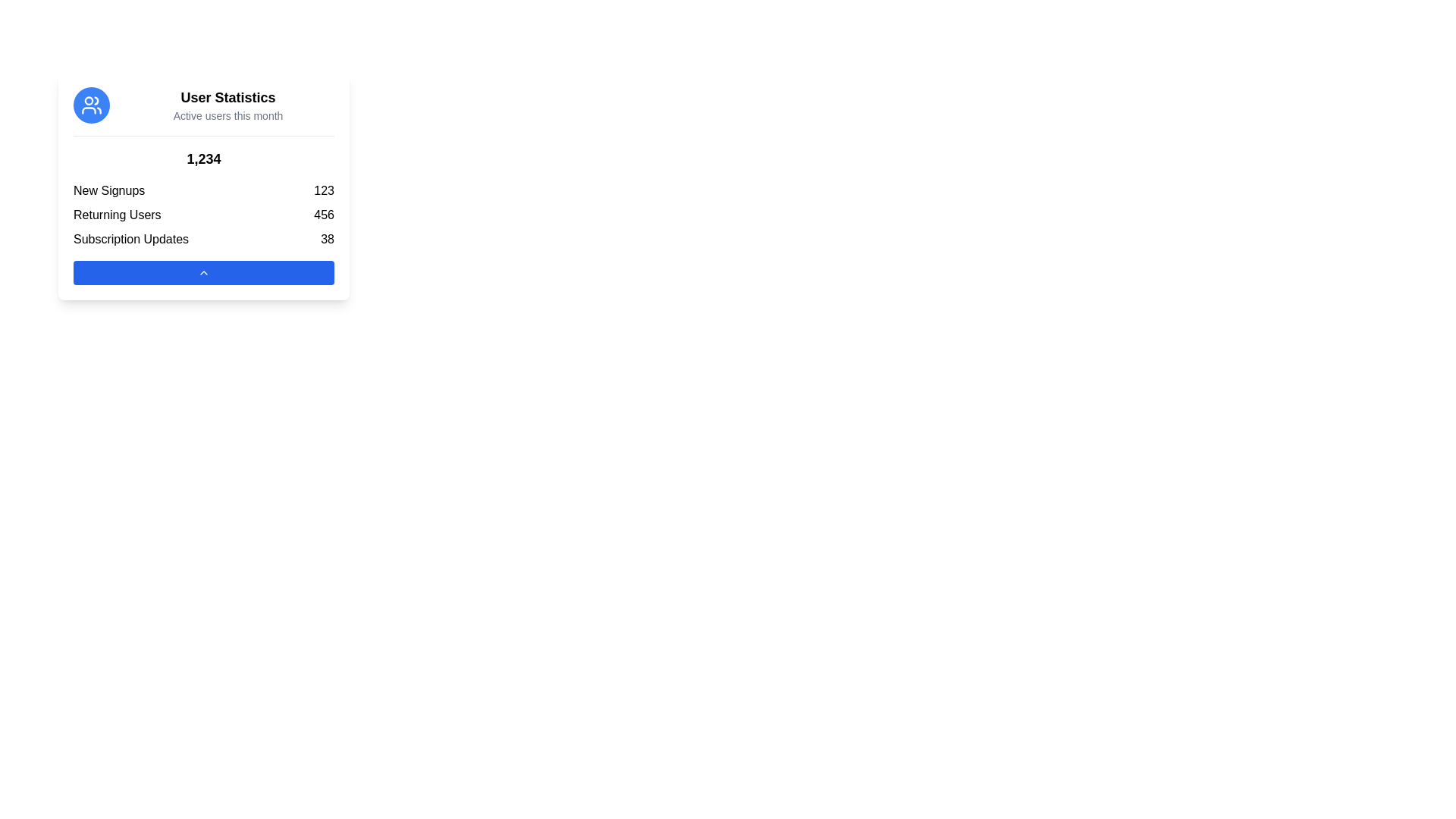  Describe the element at coordinates (323, 190) in the screenshot. I see `the static text displaying the count of 'New Signups' in the User Statistics section` at that location.